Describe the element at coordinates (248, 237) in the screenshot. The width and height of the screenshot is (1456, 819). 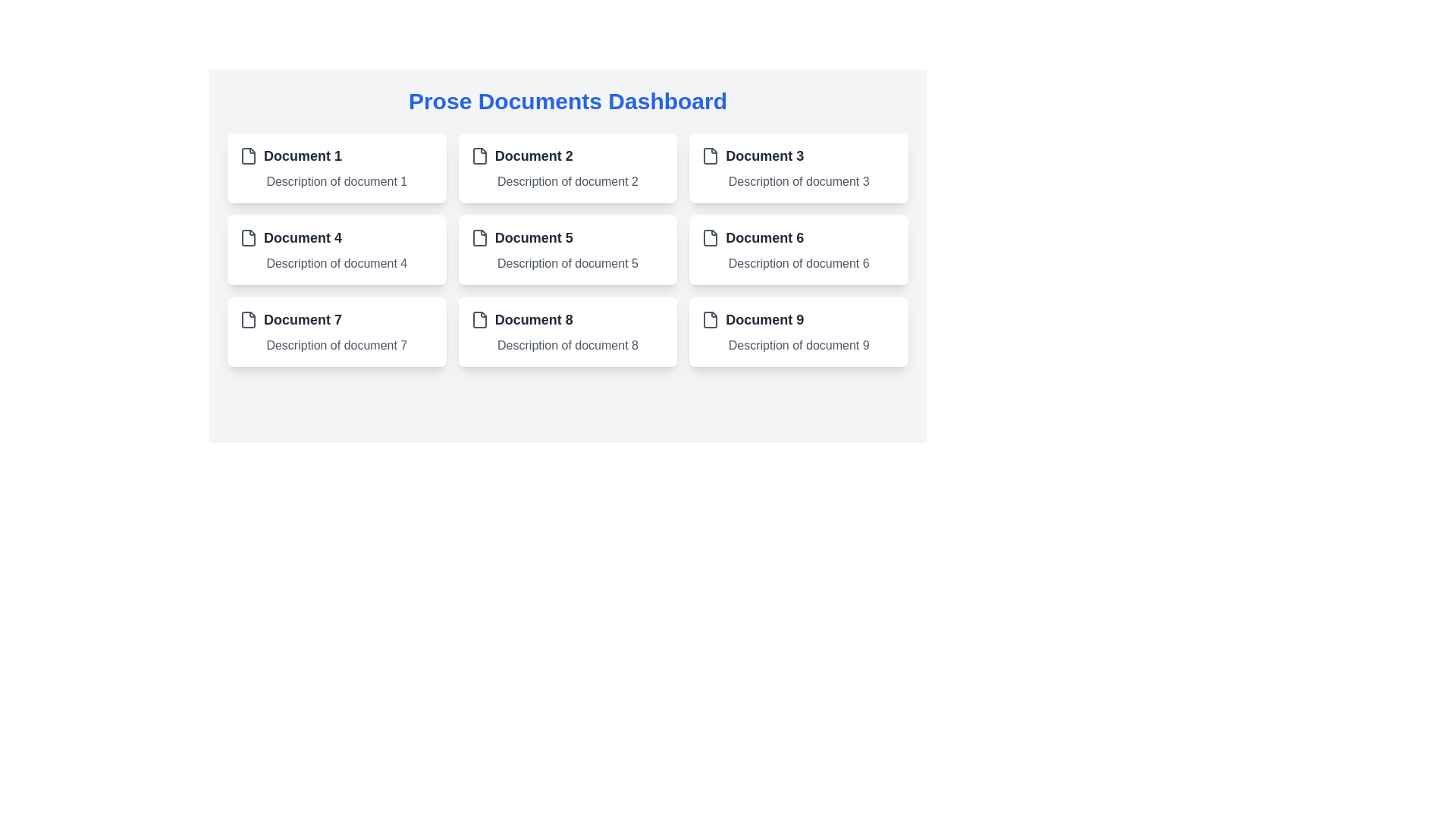
I see `the icon representing the document labeled 'Document 4', which is located in the second row, first column of the layout grid` at that location.